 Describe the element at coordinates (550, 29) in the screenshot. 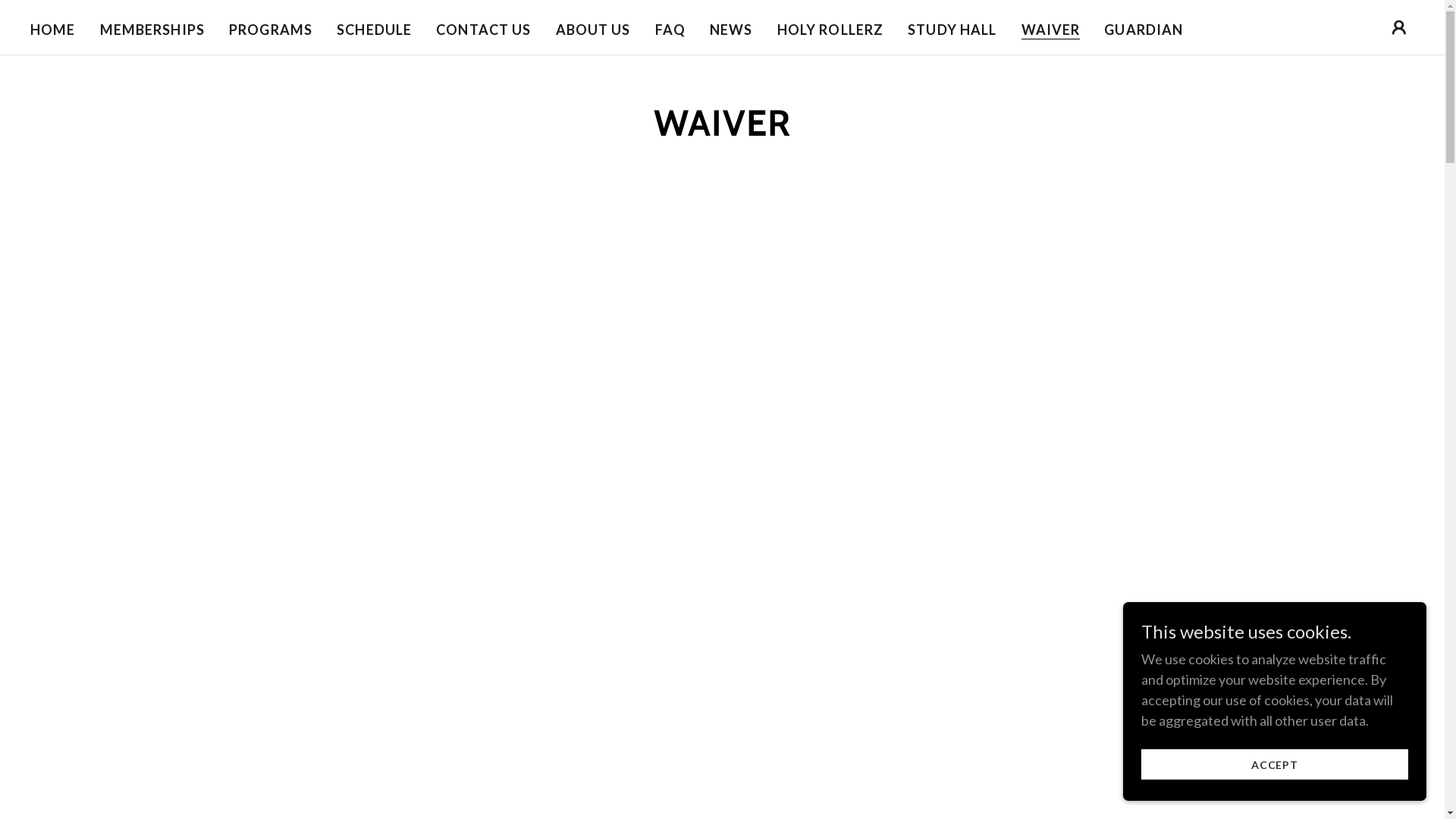

I see `'ABOUT US'` at that location.